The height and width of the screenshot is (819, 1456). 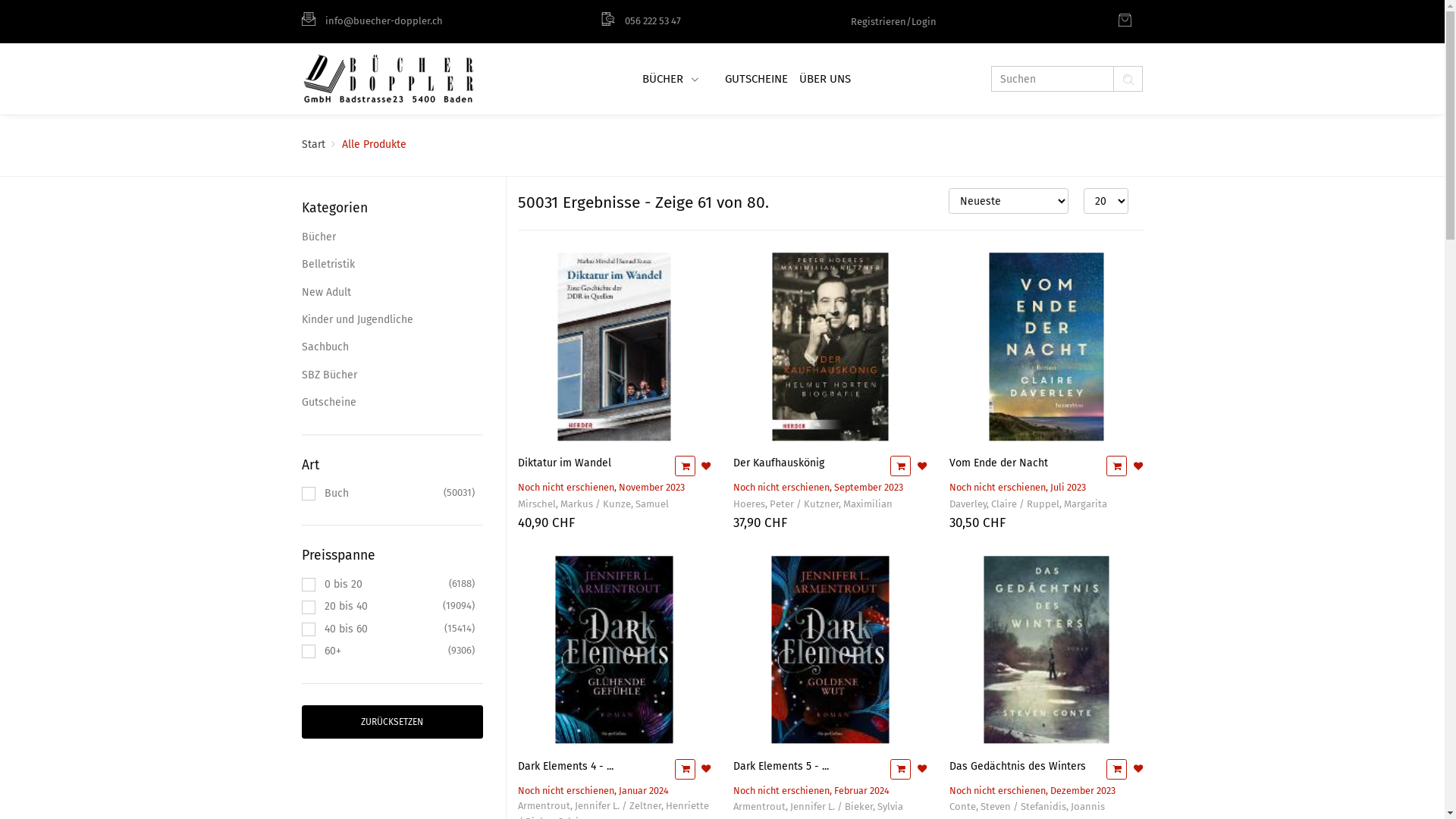 What do you see at coordinates (563, 766) in the screenshot?
I see `'Dark Elements 4 - ...'` at bounding box center [563, 766].